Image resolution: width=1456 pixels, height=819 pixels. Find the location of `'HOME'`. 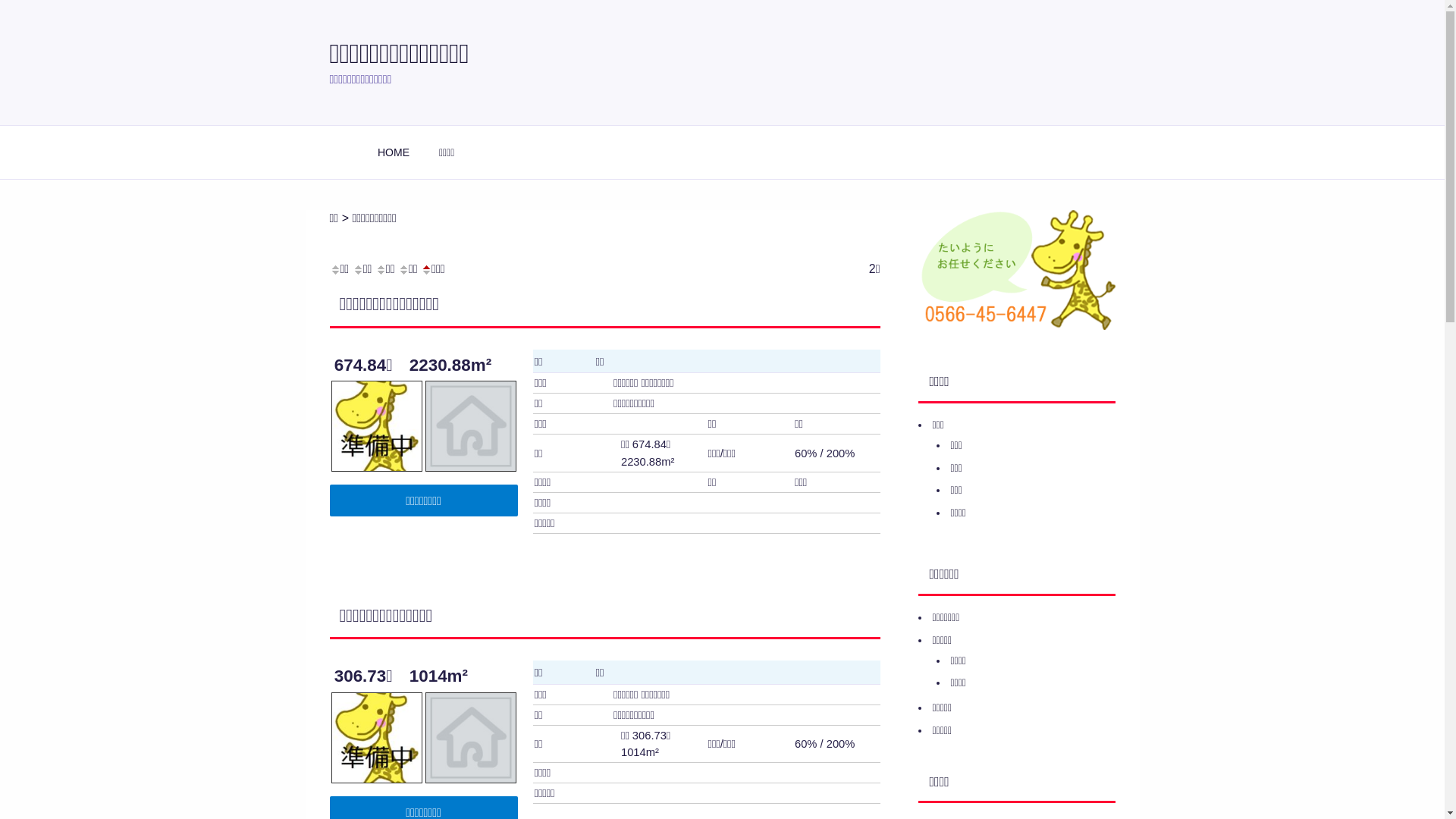

'HOME' is located at coordinates (393, 152).